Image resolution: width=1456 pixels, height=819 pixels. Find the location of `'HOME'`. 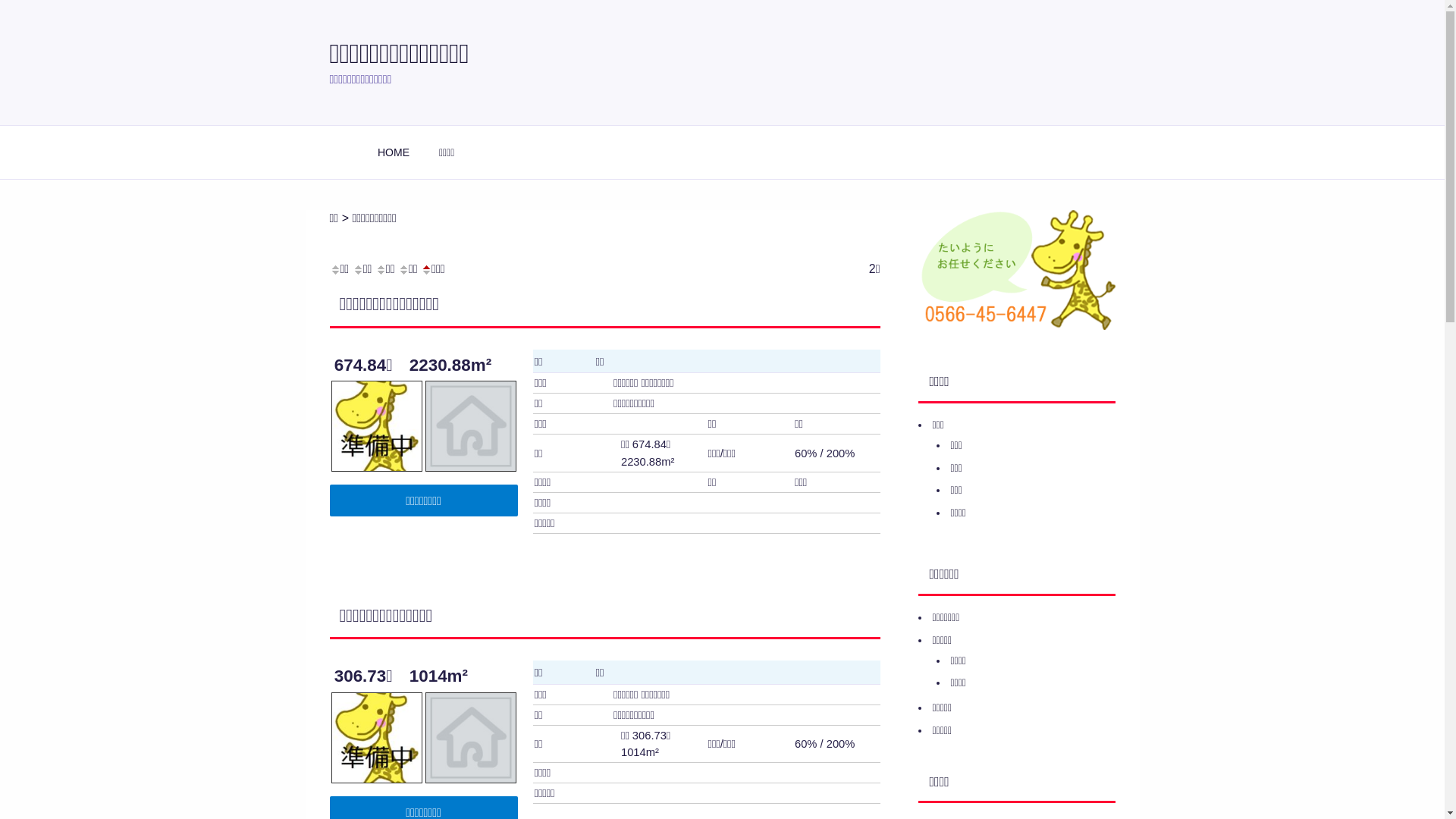

'HOME' is located at coordinates (393, 152).